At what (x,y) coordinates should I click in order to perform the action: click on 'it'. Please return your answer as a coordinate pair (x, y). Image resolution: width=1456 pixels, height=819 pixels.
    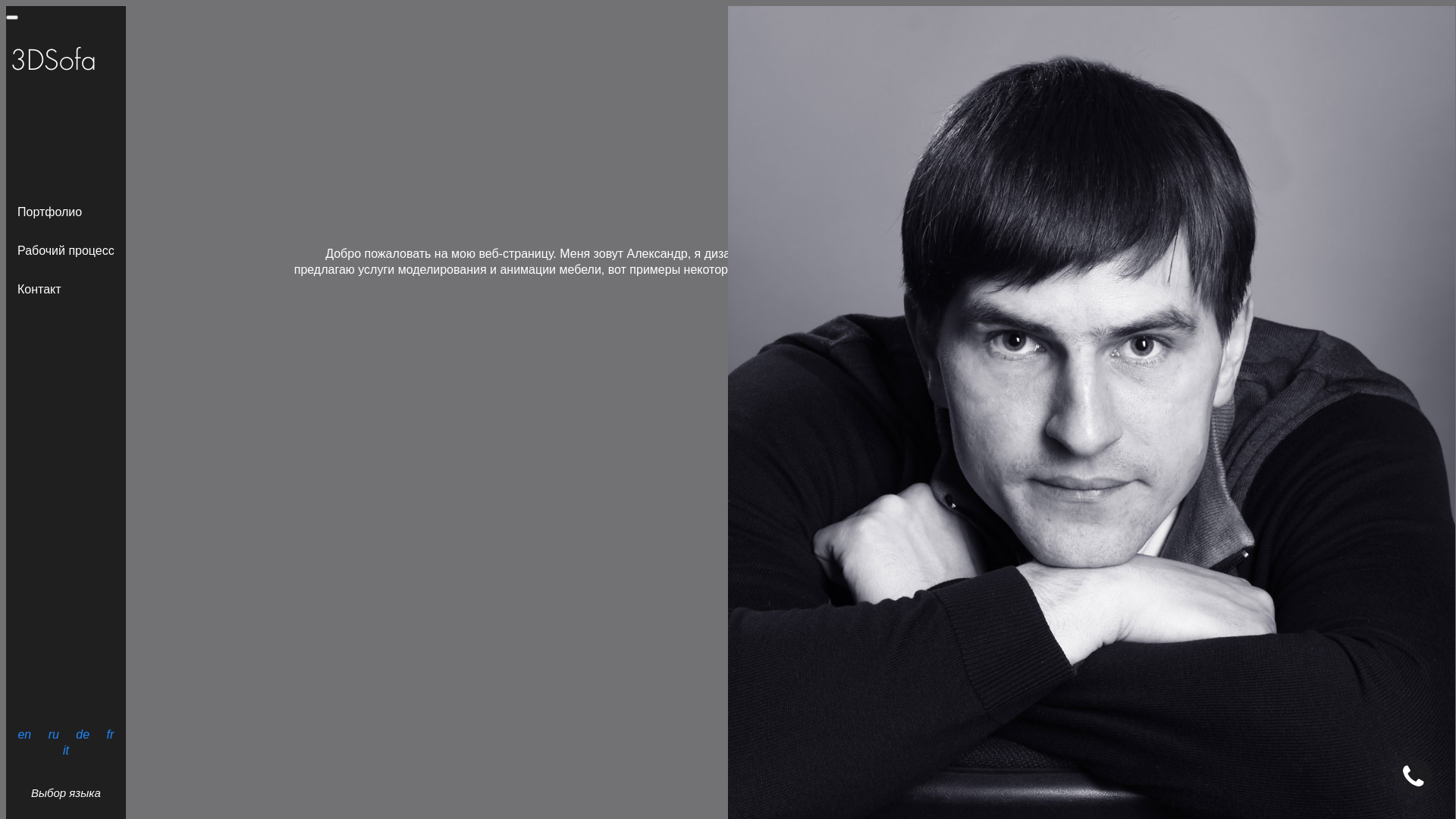
    Looking at the image, I should click on (64, 749).